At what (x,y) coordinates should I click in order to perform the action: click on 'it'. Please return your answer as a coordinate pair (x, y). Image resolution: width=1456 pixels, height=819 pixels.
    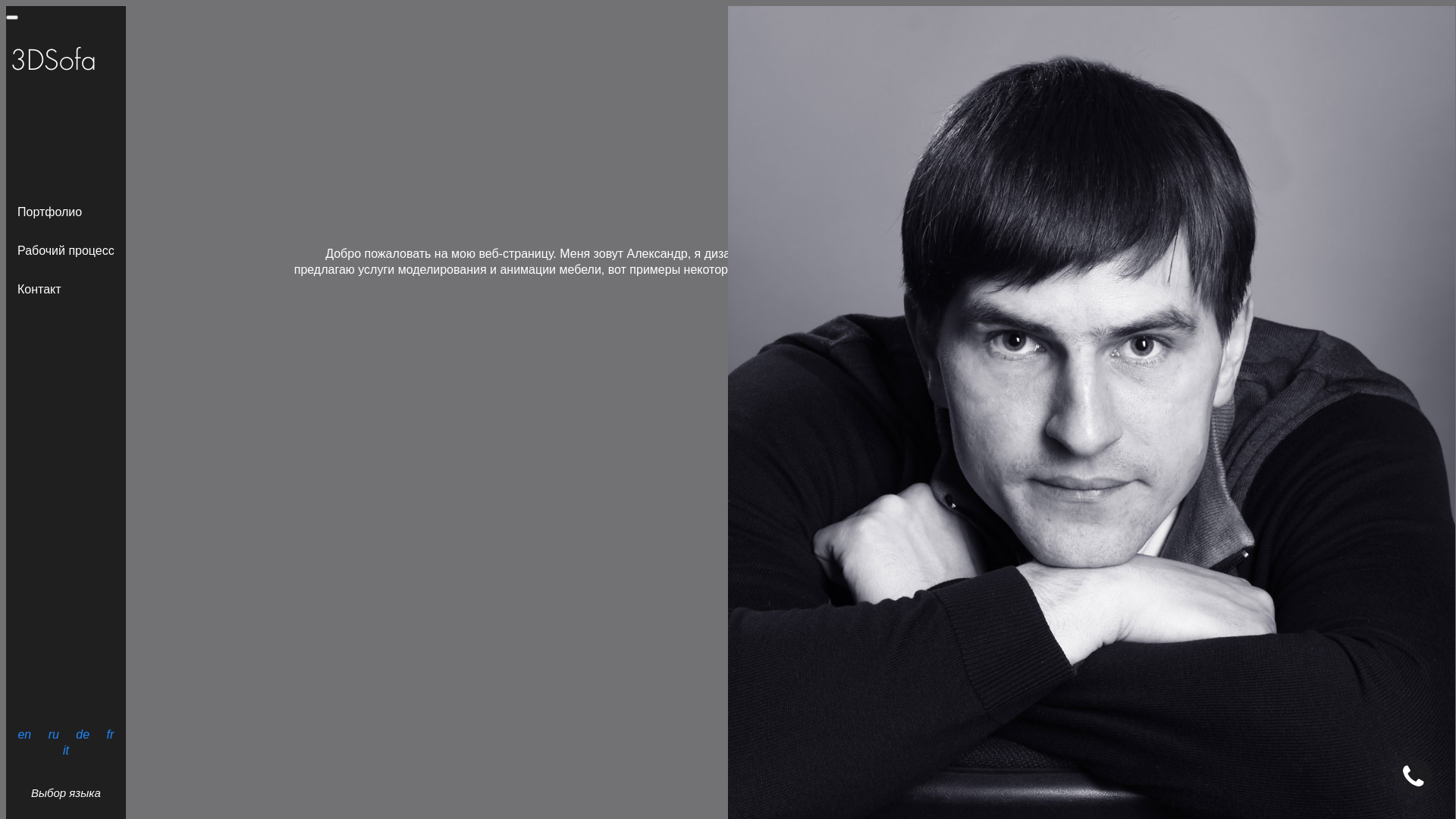
    Looking at the image, I should click on (64, 749).